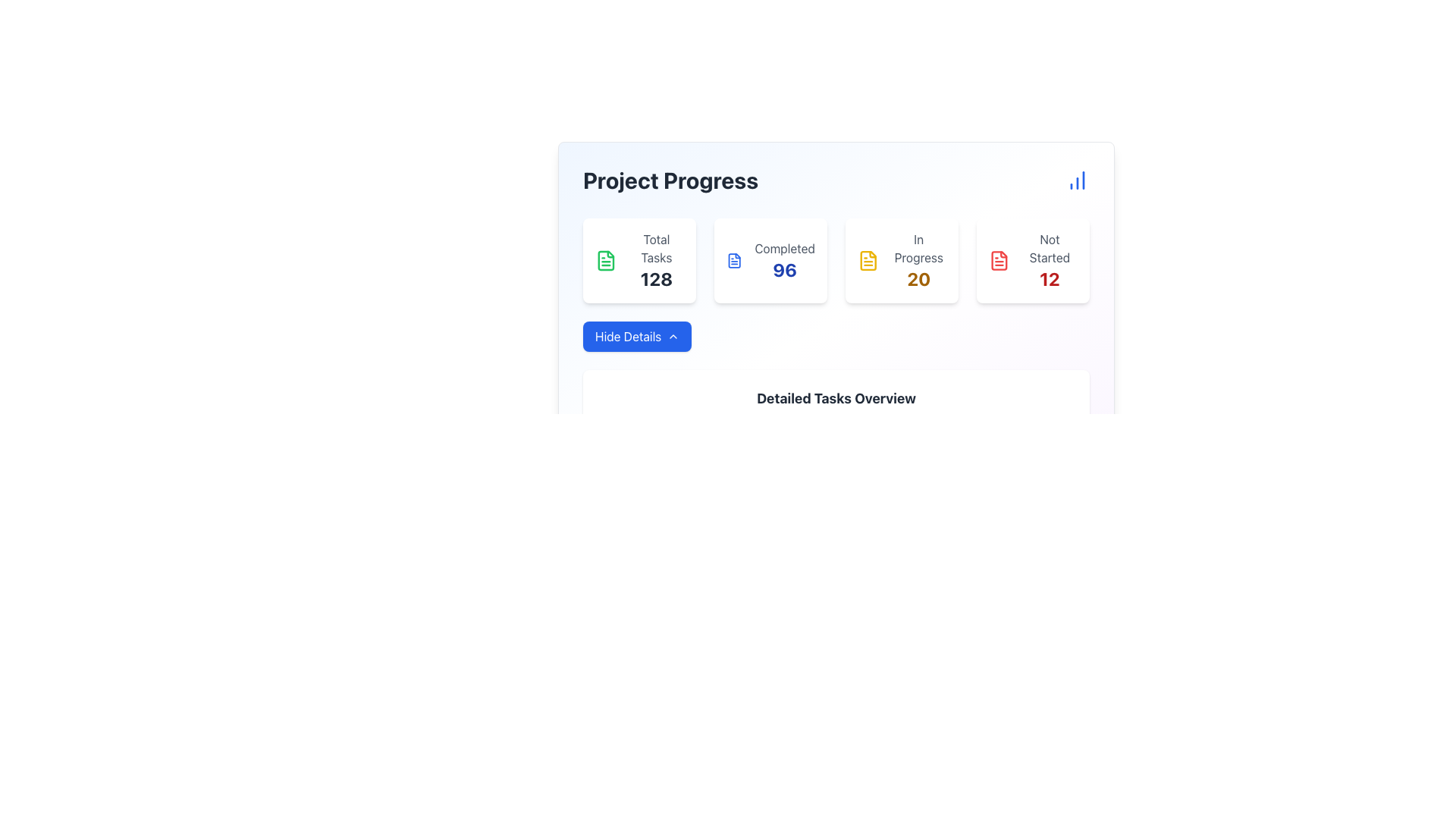  I want to click on the 'Not Started' Text Label that shows the count of tasks not started, located in the fourth grouping from the left in the project progress dashboard, so click(1049, 278).